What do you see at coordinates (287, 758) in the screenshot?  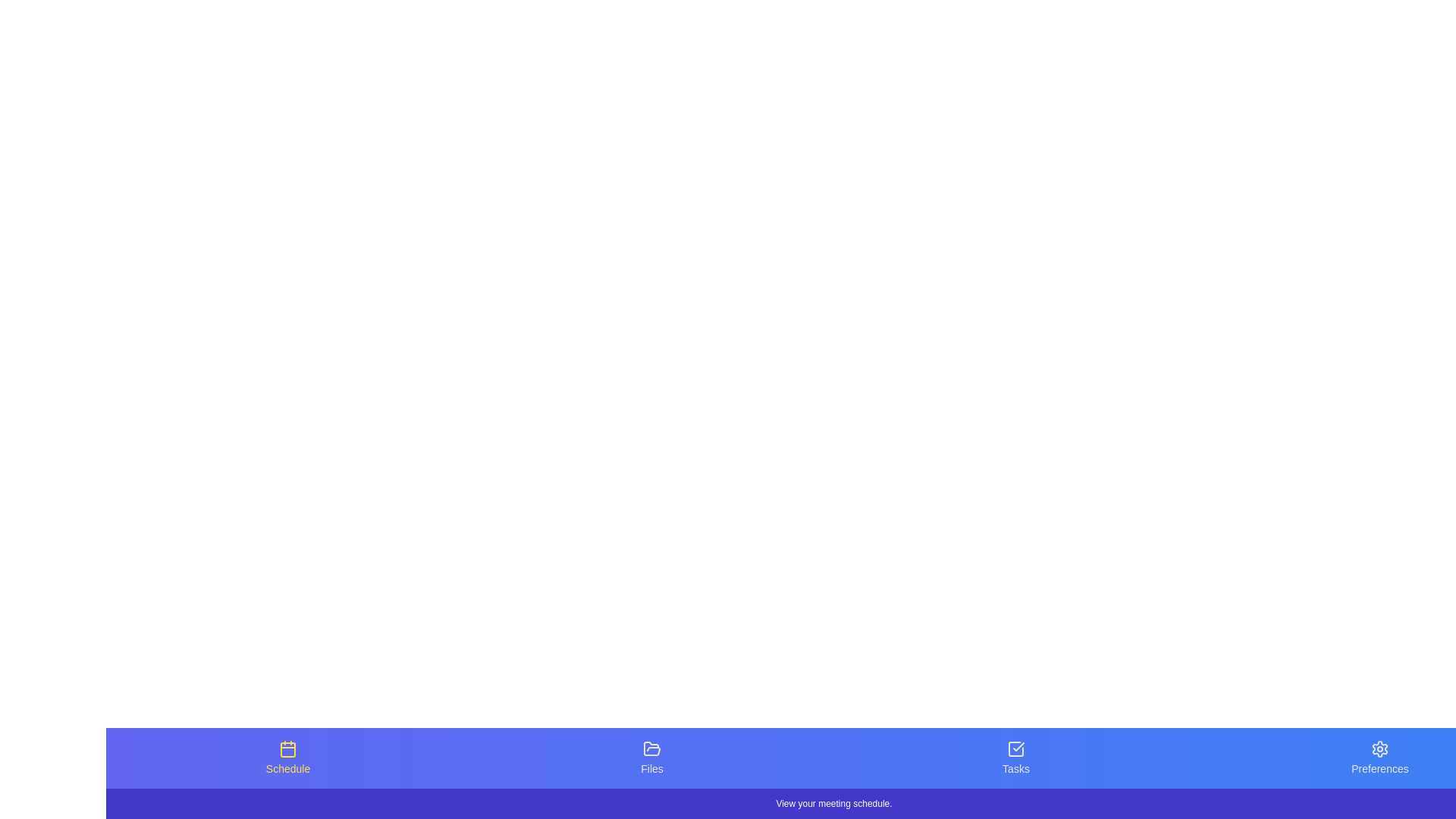 I see `the tab labeled Schedule` at bounding box center [287, 758].